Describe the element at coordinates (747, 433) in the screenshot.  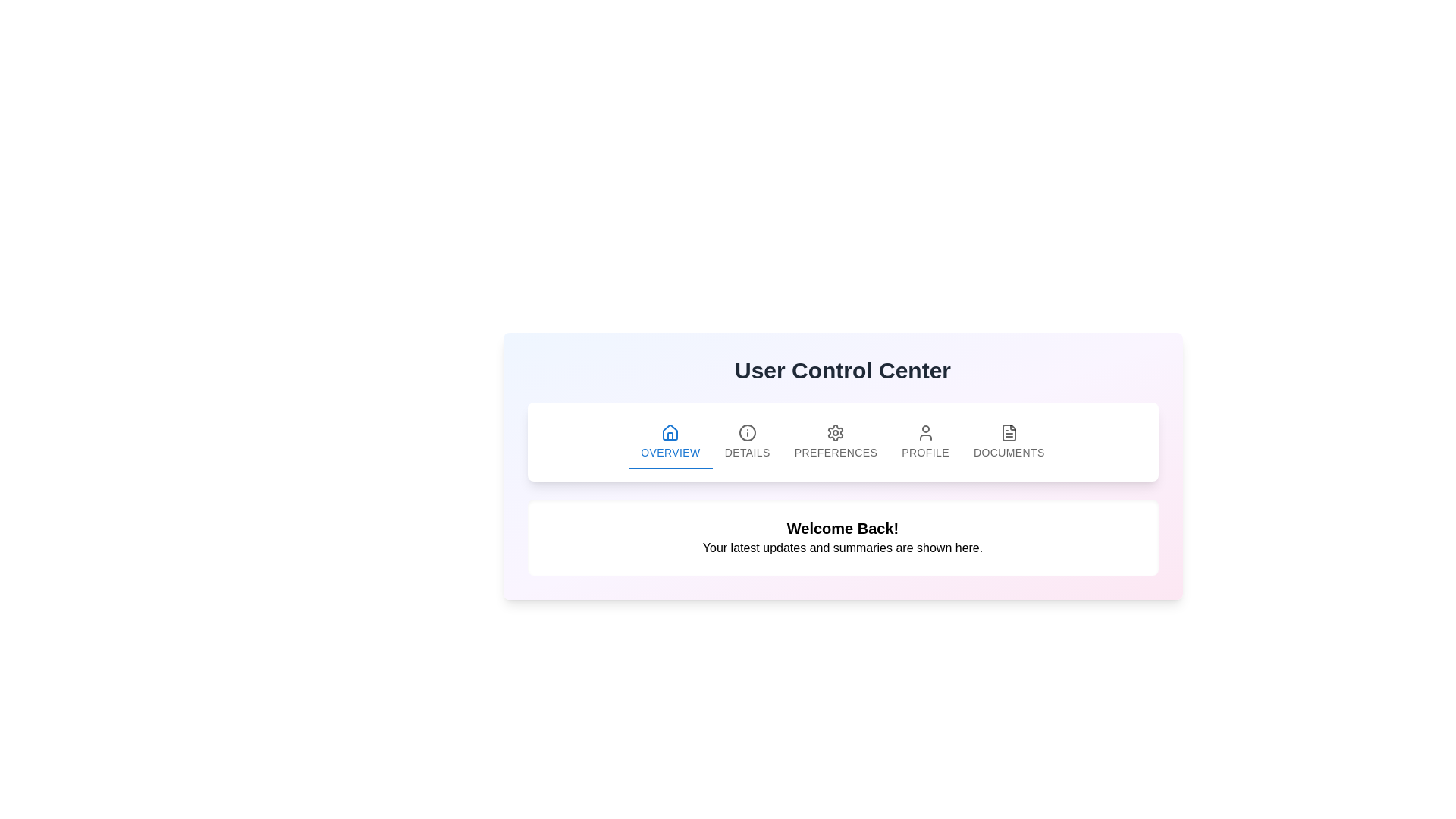
I see `the circular outline of the SVG icon within the 'DETAILS' tab under the 'User Control Center' heading` at that location.